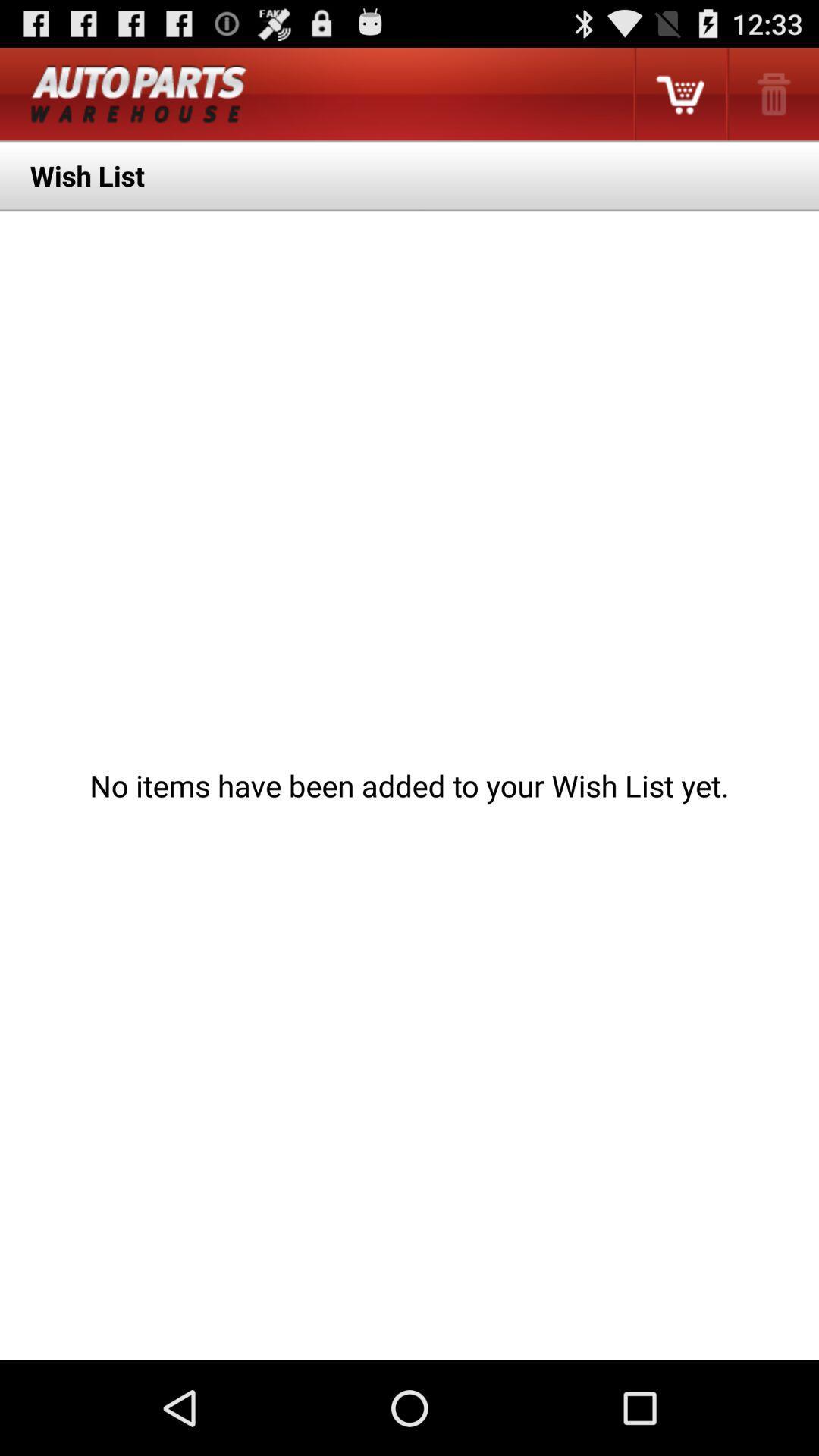  What do you see at coordinates (139, 93) in the screenshot?
I see `icon at the top left corner` at bounding box center [139, 93].